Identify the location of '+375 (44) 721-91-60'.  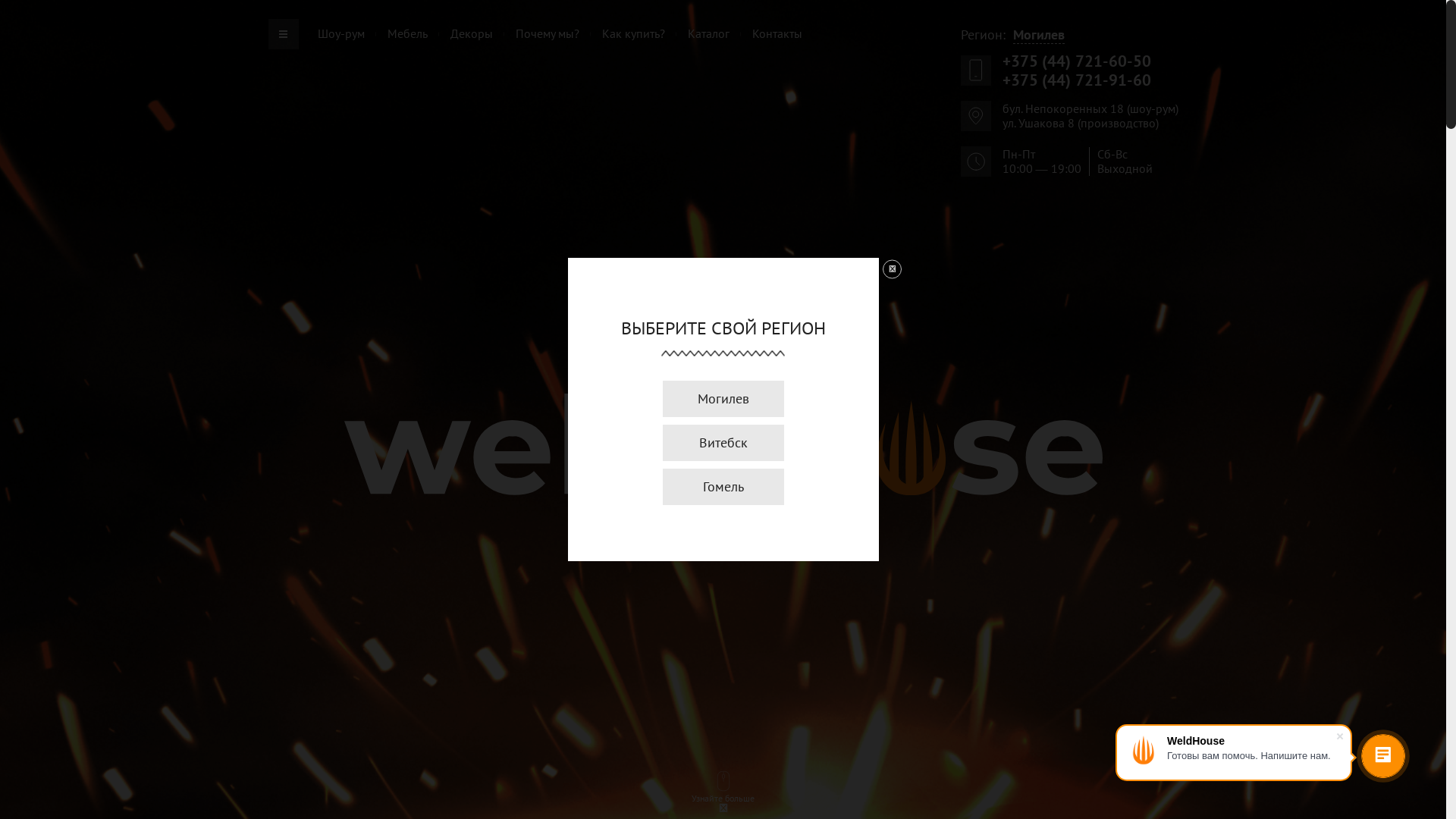
(1076, 80).